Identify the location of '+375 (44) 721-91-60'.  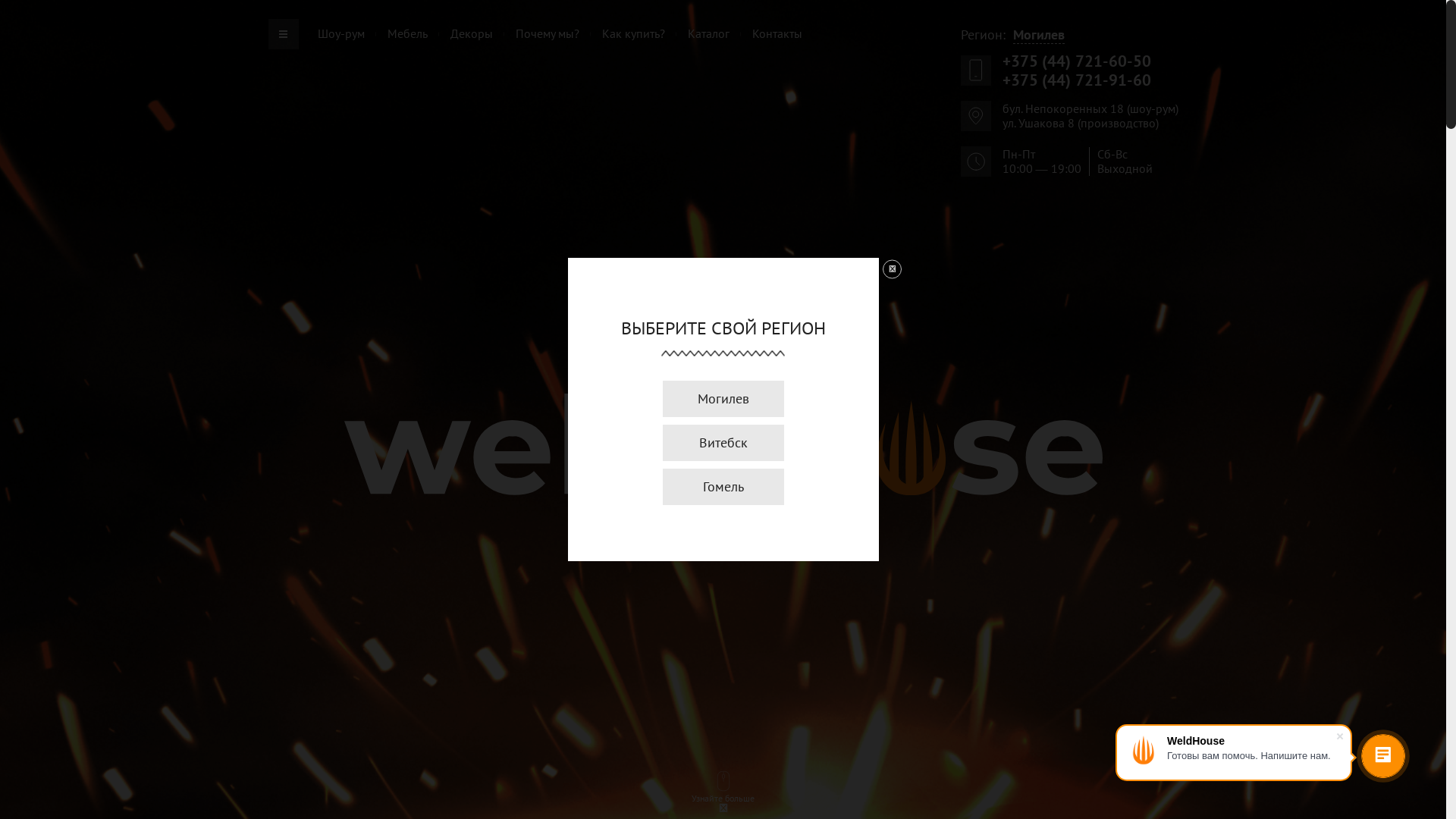
(1076, 80).